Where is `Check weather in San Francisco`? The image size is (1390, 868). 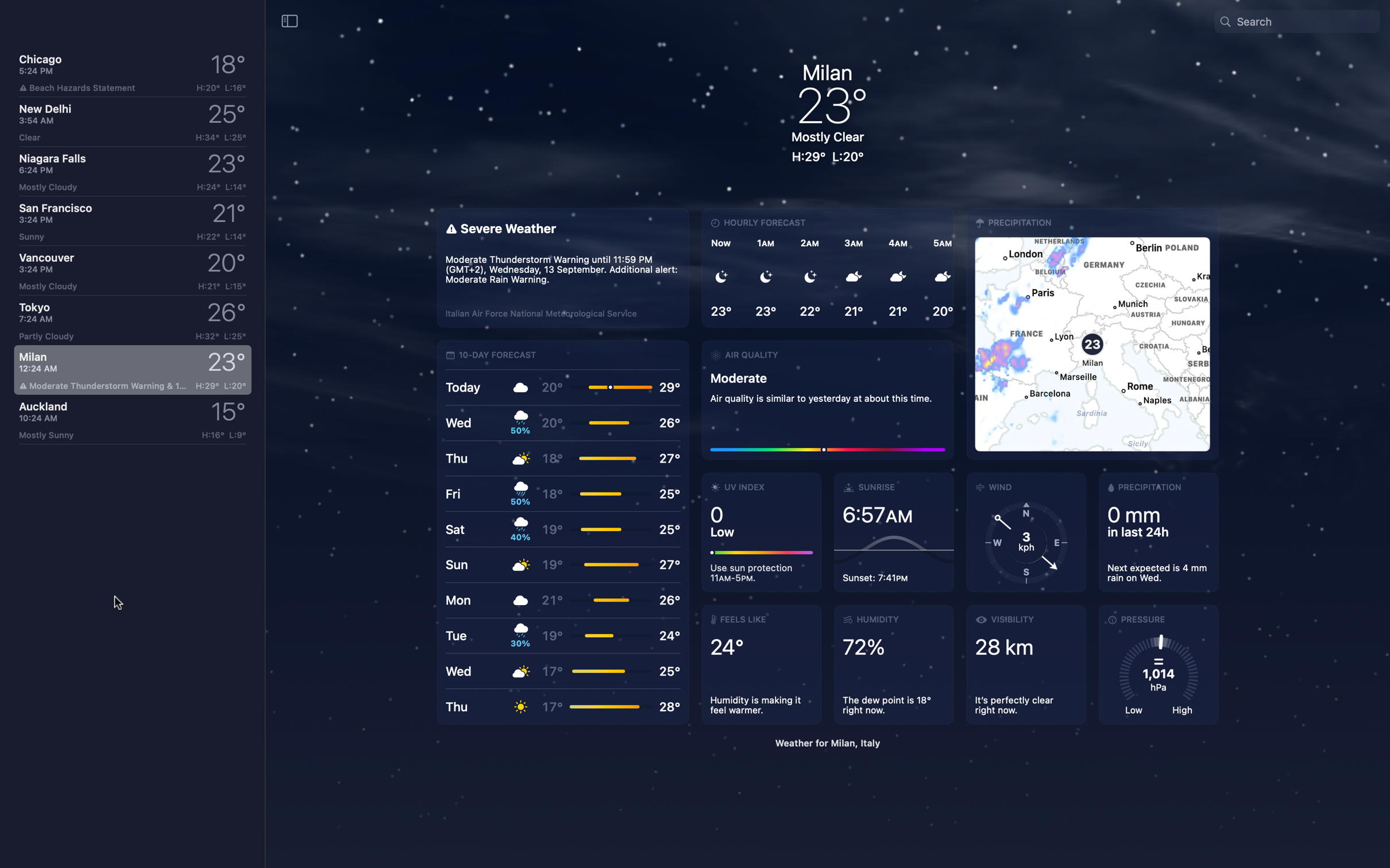 Check weather in San Francisco is located at coordinates (130, 219).